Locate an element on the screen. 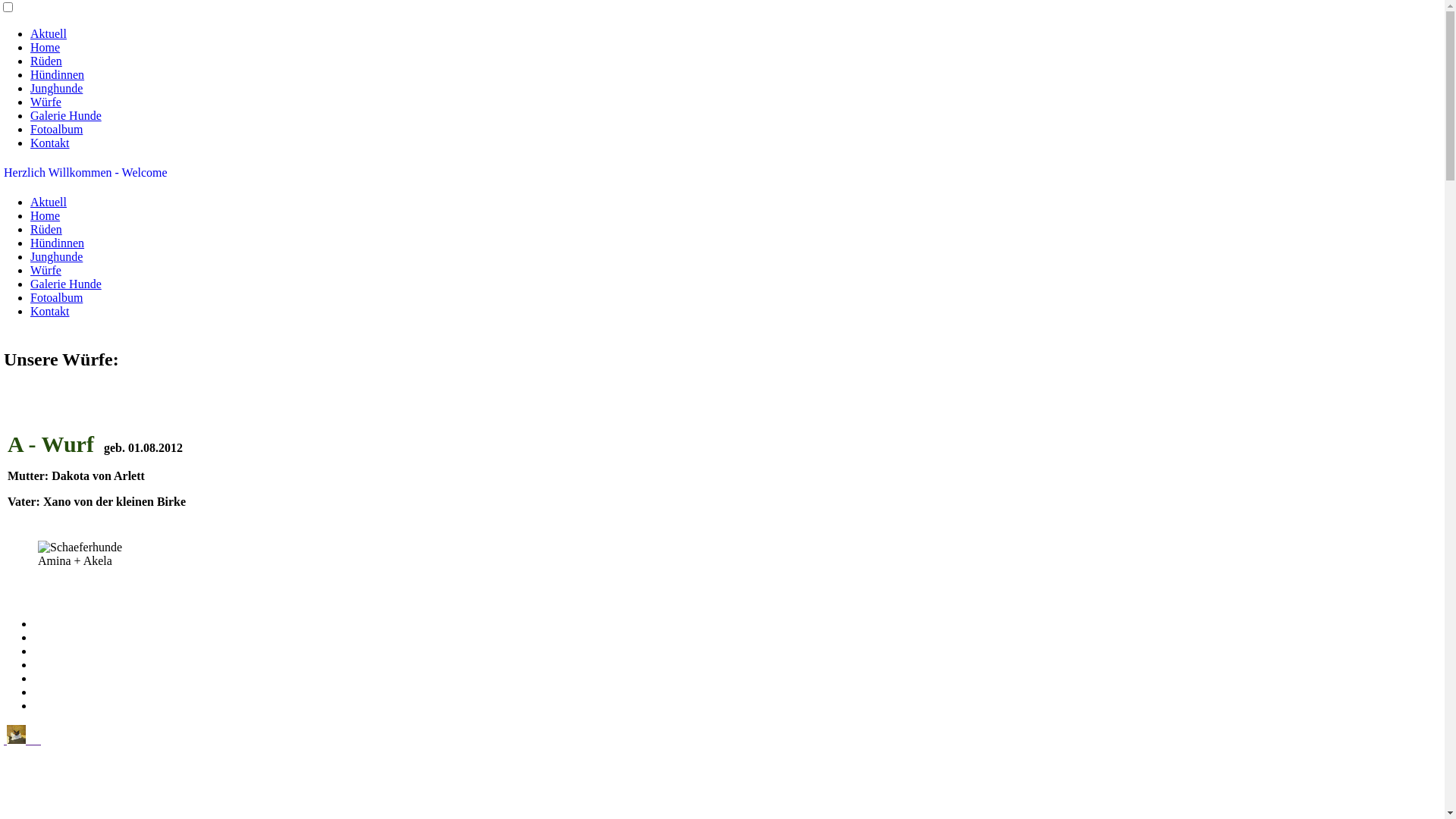 The image size is (1456, 819). 'Galerie Hunde' is located at coordinates (64, 284).